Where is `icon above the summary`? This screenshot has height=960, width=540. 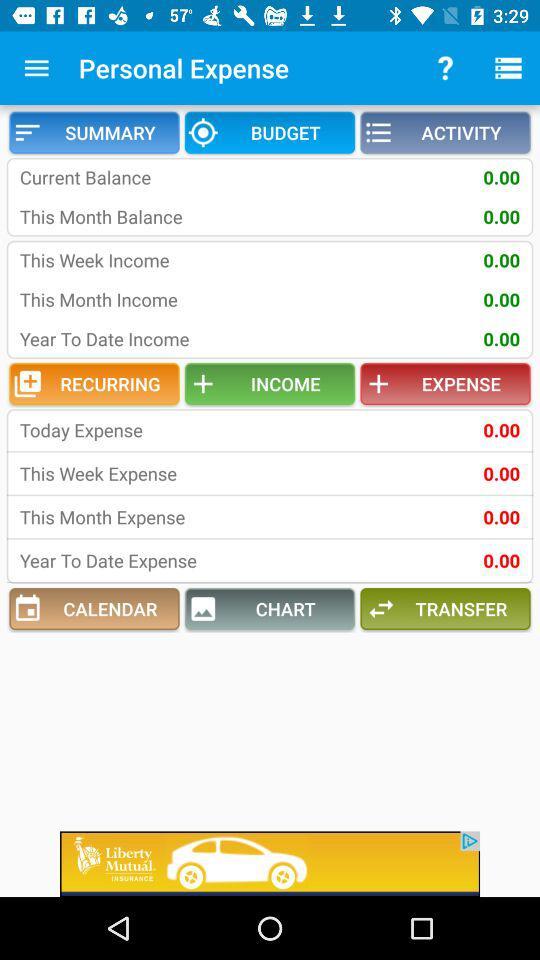
icon above the summary is located at coordinates (36, 68).